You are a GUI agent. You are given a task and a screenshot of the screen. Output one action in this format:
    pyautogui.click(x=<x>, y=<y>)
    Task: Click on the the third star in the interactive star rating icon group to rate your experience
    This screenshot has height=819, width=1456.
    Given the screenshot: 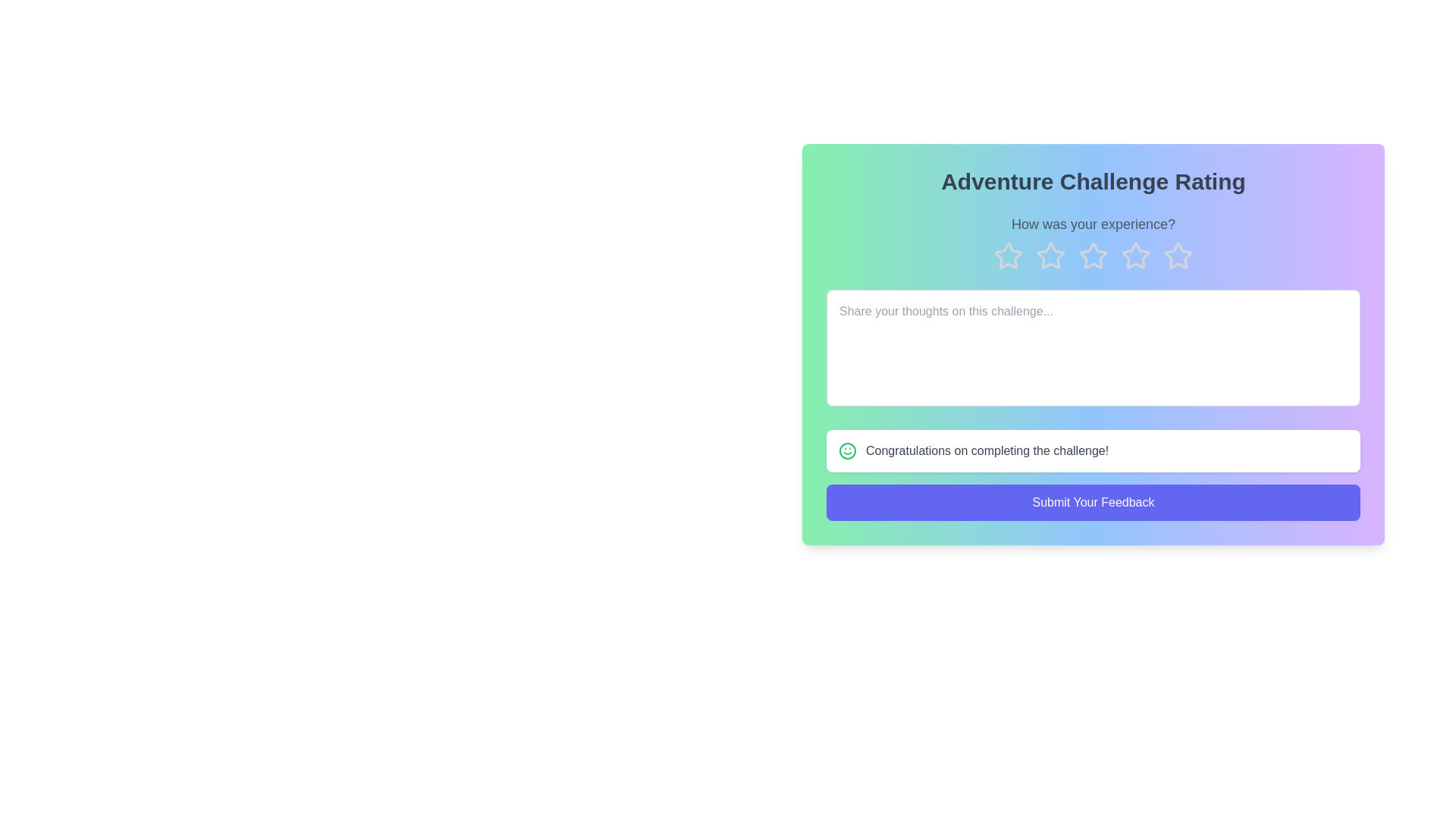 What is the action you would take?
    pyautogui.click(x=1093, y=256)
    